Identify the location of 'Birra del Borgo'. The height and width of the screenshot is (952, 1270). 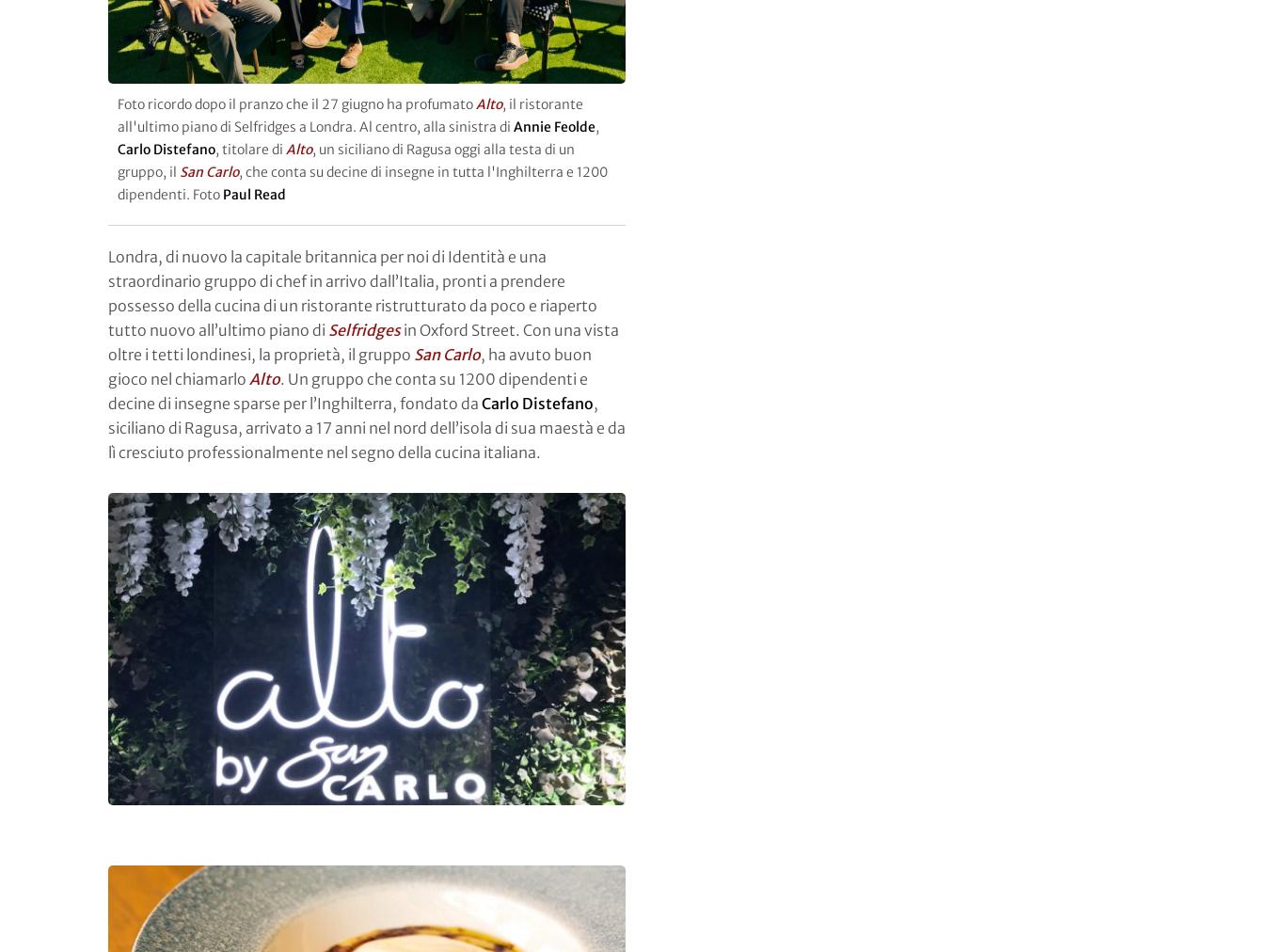
(212, 9).